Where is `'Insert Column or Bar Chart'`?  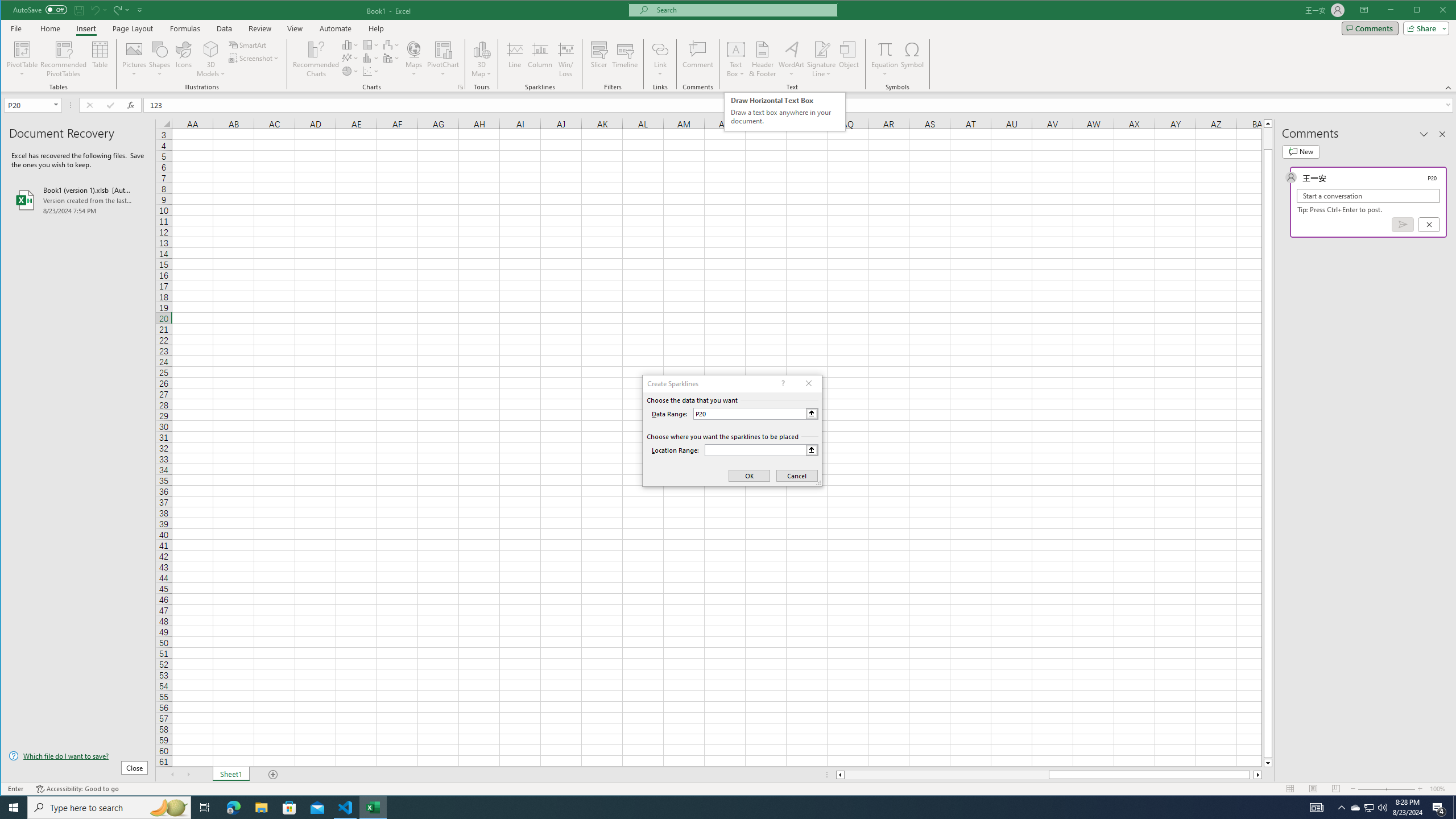 'Insert Column or Bar Chart' is located at coordinates (350, 44).